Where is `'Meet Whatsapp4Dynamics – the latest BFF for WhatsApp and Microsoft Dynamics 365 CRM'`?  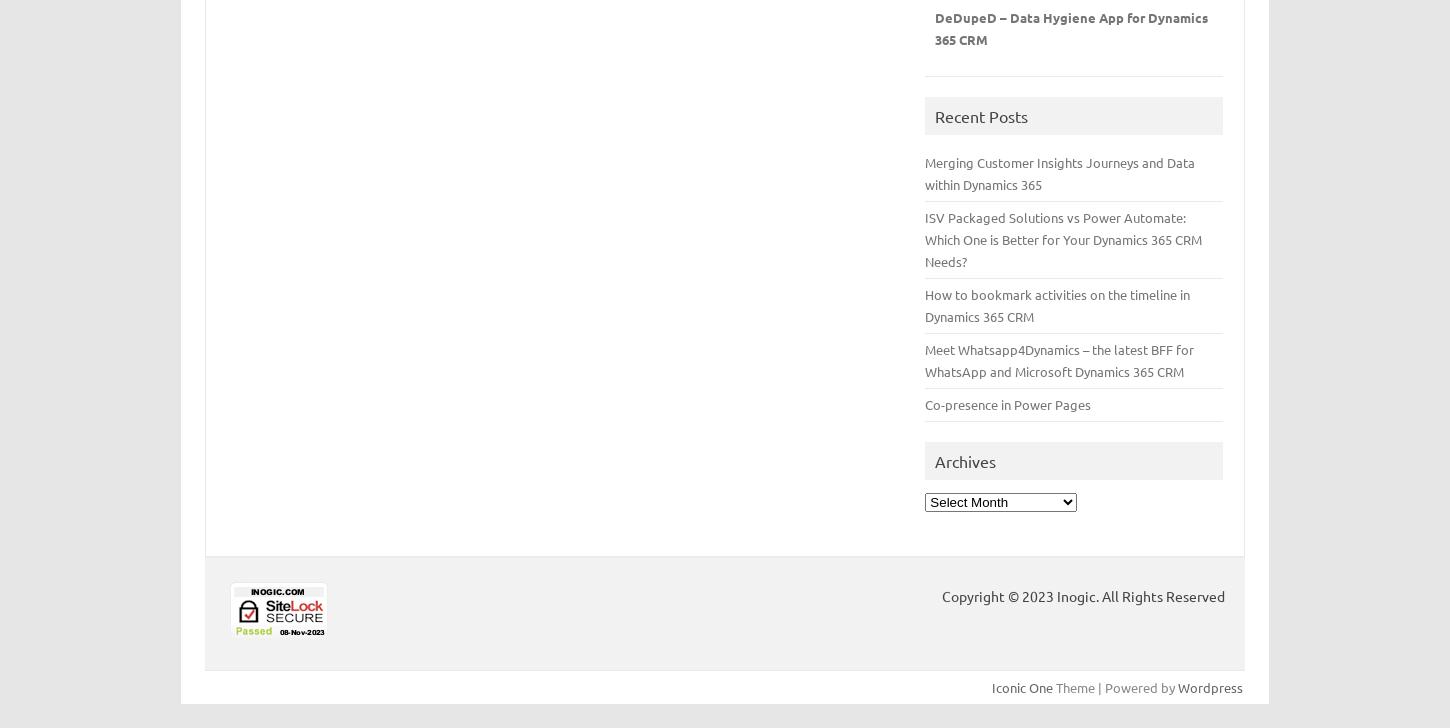 'Meet Whatsapp4Dynamics – the latest BFF for WhatsApp and Microsoft Dynamics 365 CRM' is located at coordinates (923, 359).